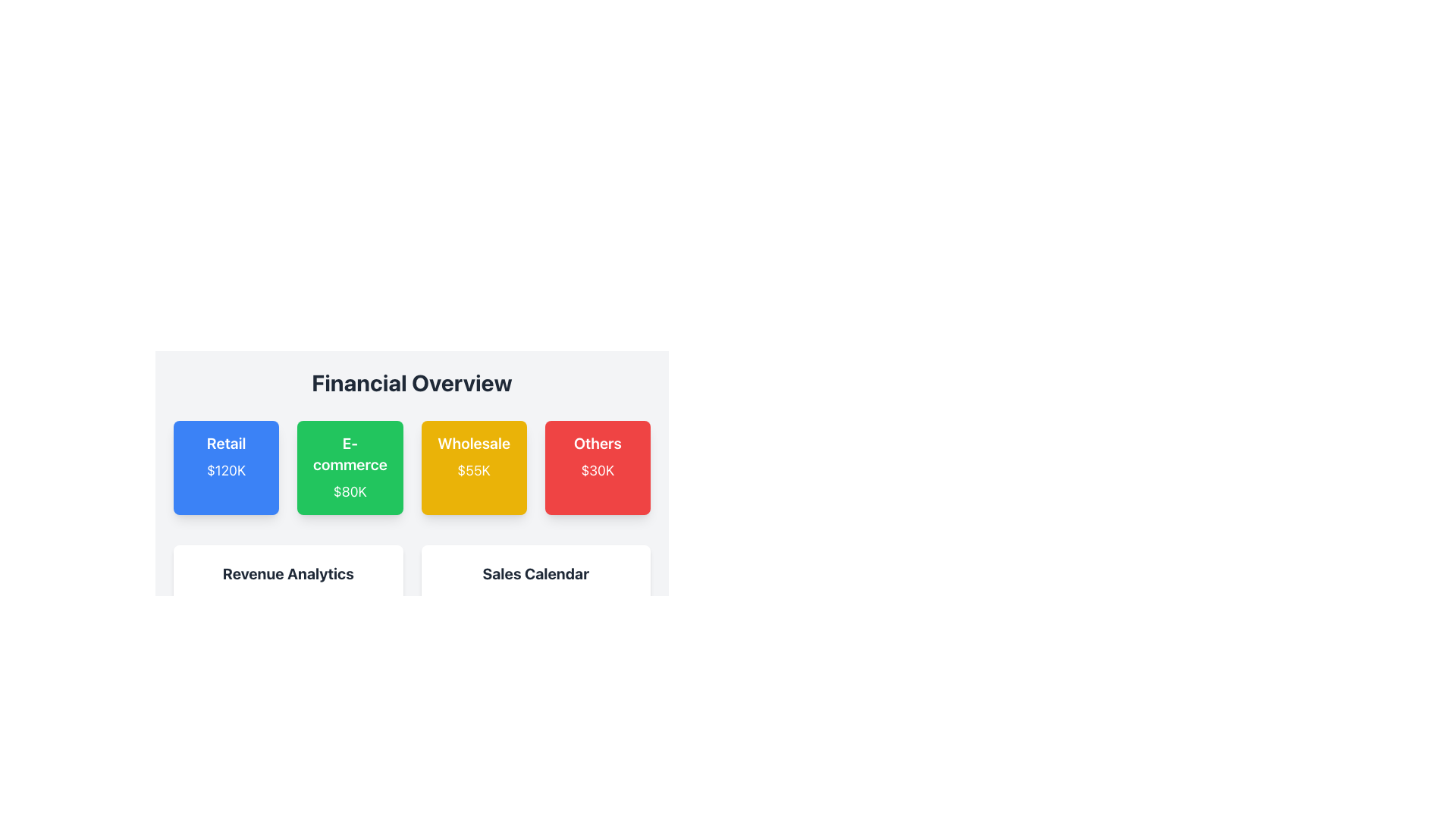 The height and width of the screenshot is (819, 1456). What do you see at coordinates (535, 573) in the screenshot?
I see `'Sales Calendar' text label, which serves as a header for the section indicating its content and functionality` at bounding box center [535, 573].